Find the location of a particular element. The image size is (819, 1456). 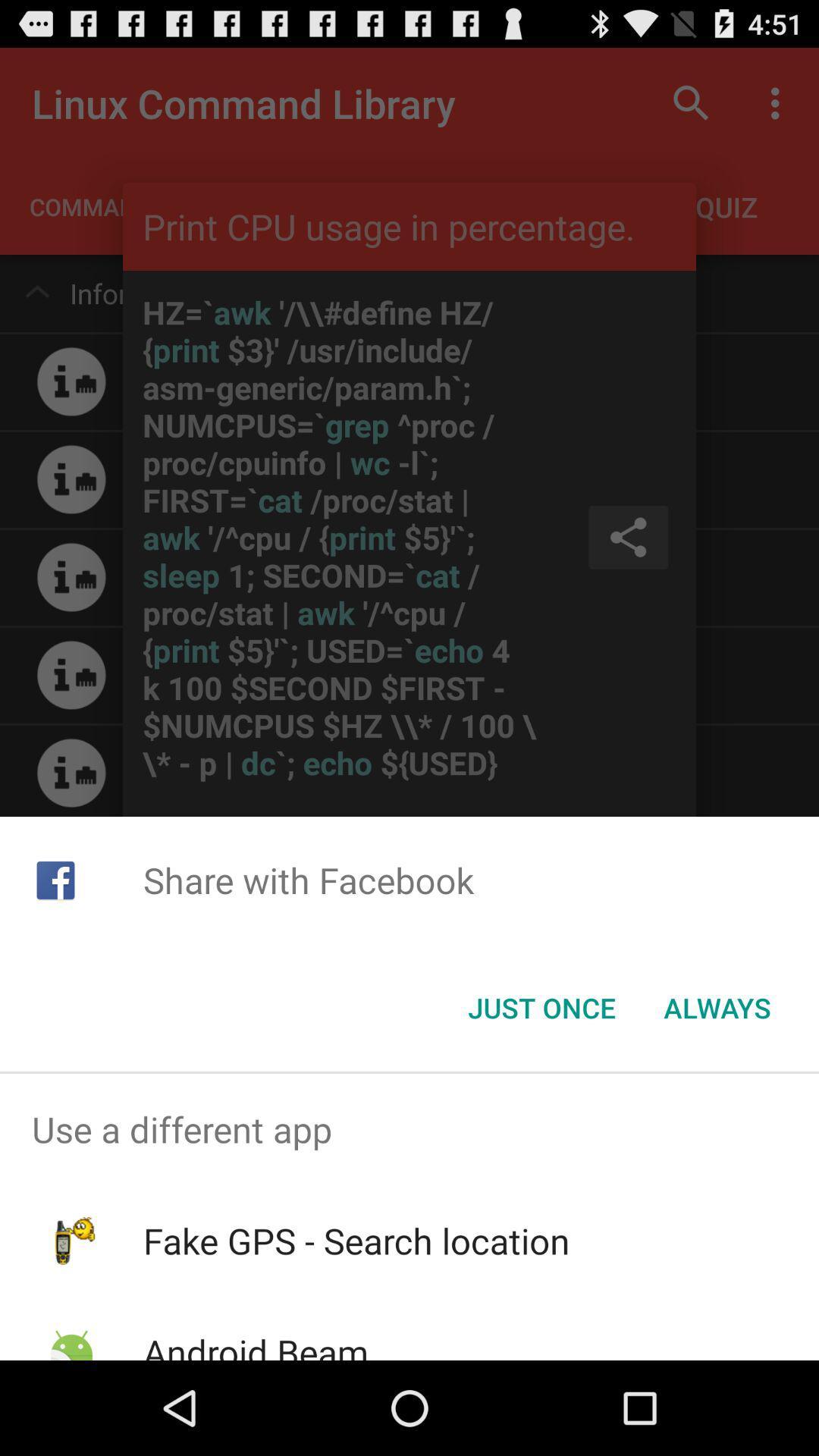

android beam icon is located at coordinates (255, 1344).